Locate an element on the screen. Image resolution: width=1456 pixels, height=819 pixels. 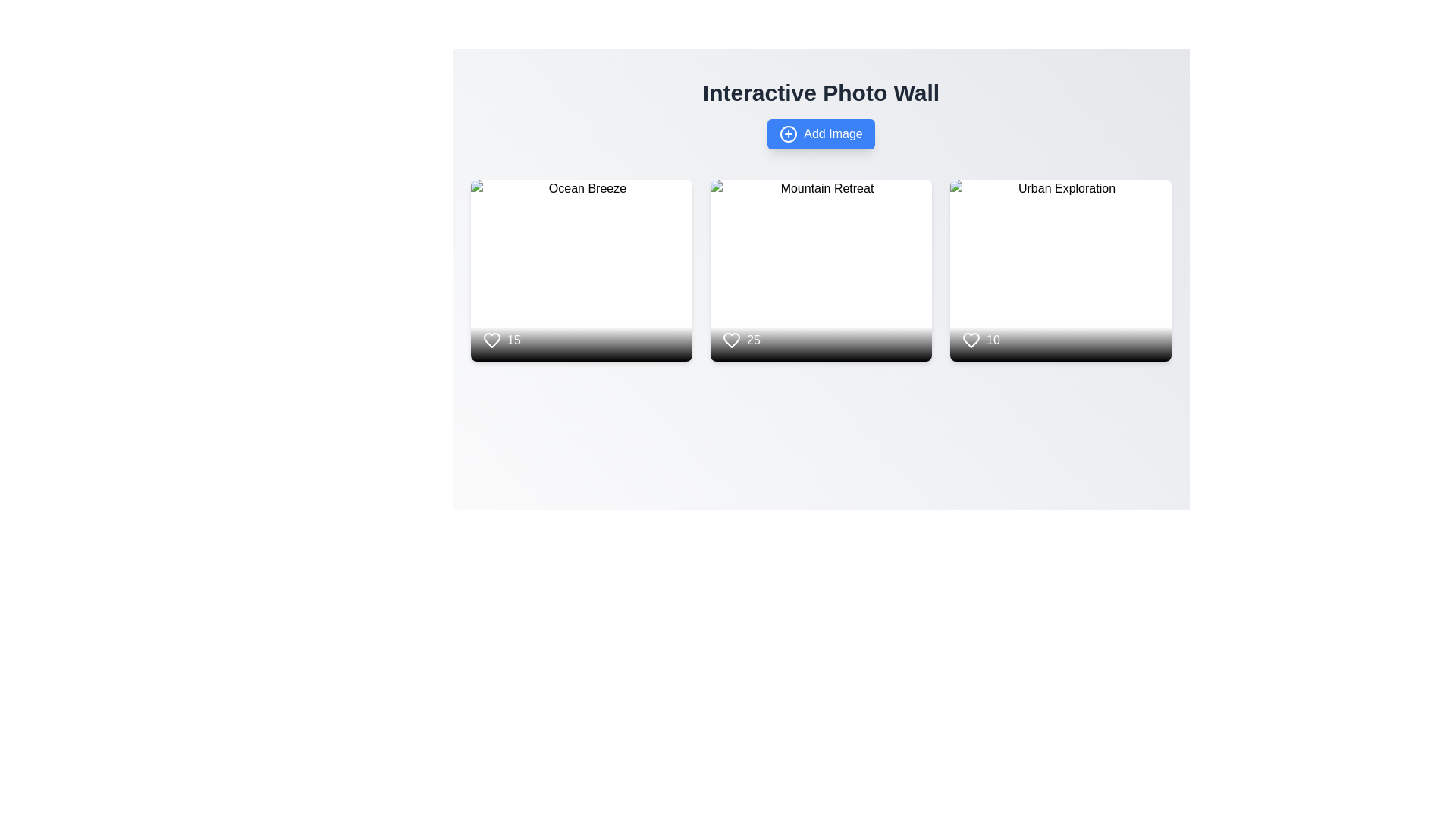
the static display element featuring a black gradient bar with a translucent effect, a white heart icon, and the number '25' in white text, located at the lower part of the 'Mountain Retreat' card is located at coordinates (821, 326).